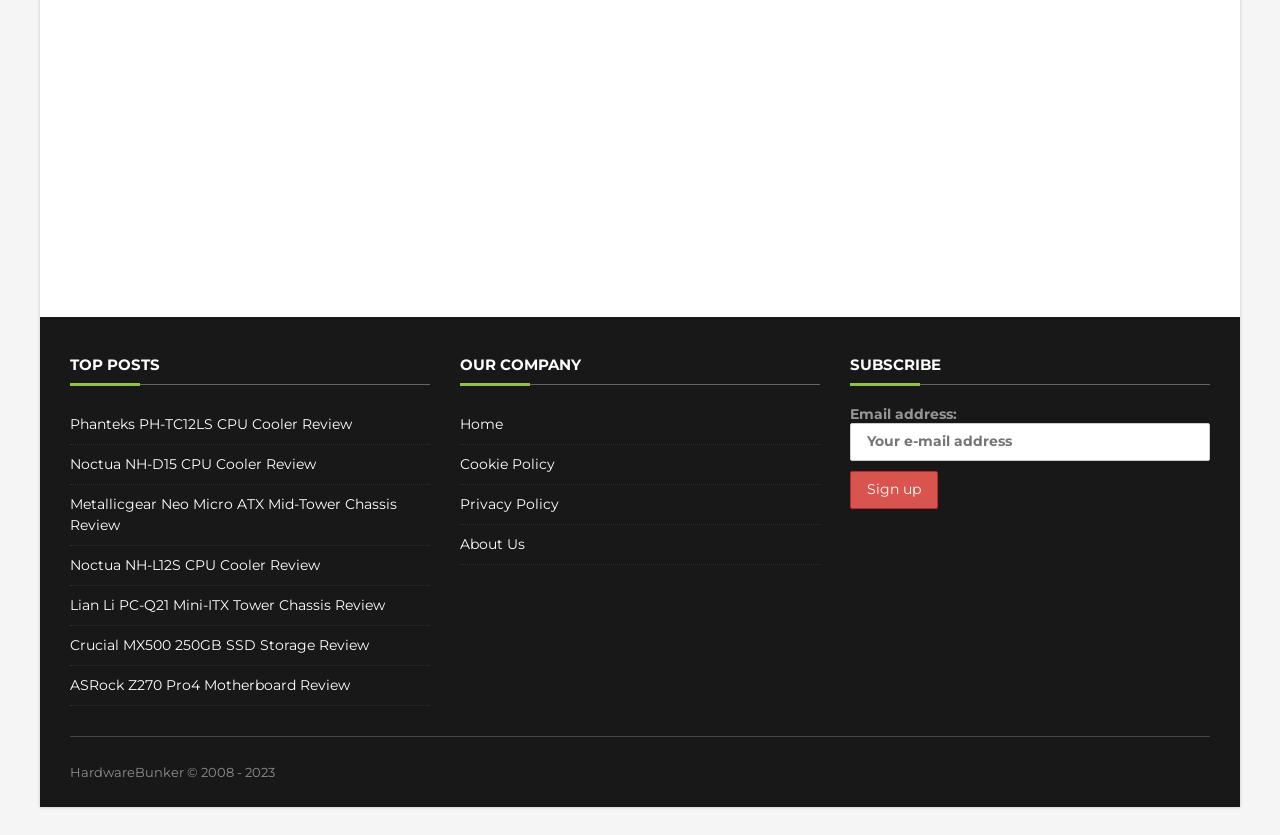  What do you see at coordinates (219, 644) in the screenshot?
I see `'Crucial MX500 250GB SSD Storage Review'` at bounding box center [219, 644].